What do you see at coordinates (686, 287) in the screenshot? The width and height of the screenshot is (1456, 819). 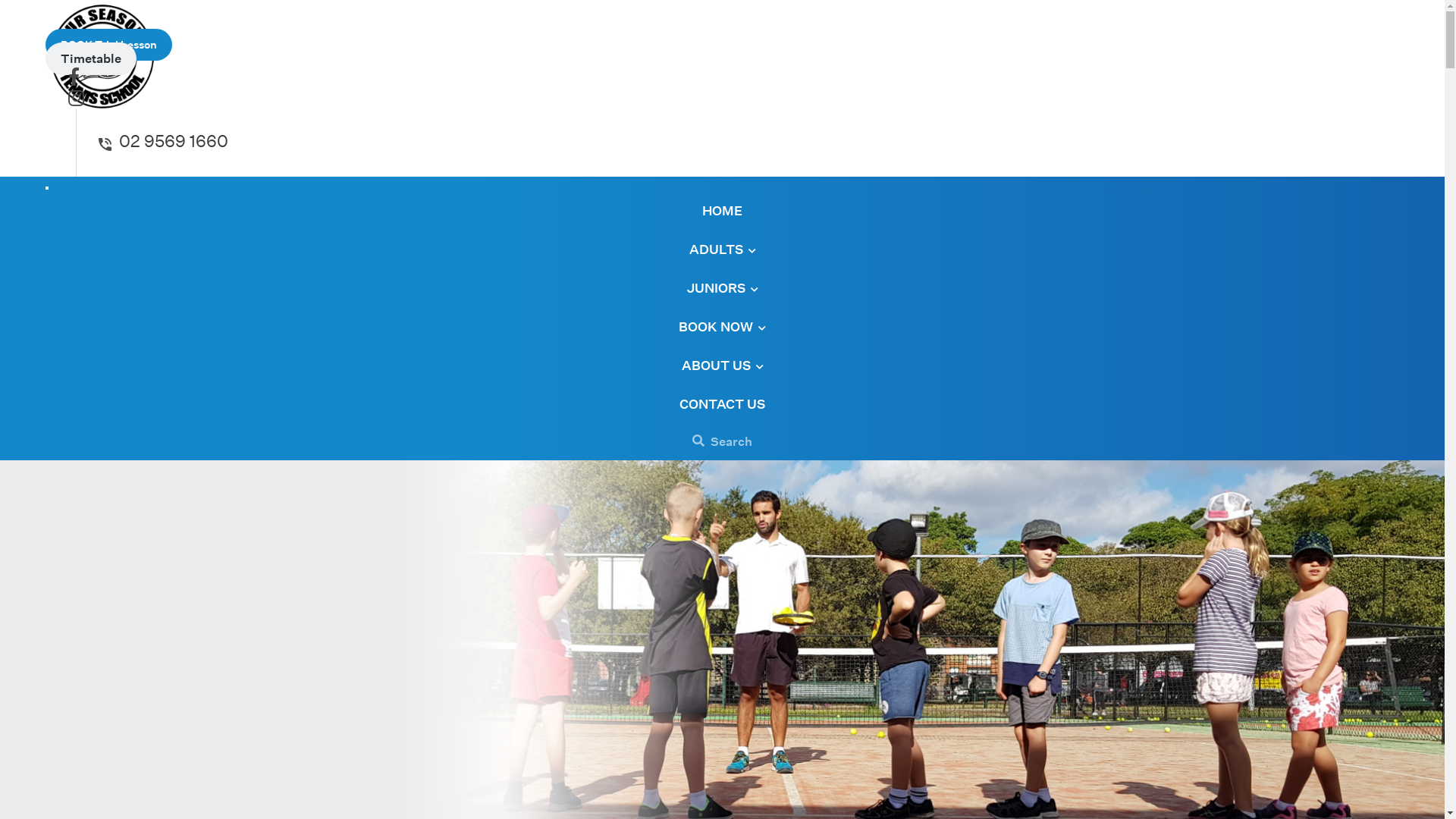 I see `'JUNIORS'` at bounding box center [686, 287].